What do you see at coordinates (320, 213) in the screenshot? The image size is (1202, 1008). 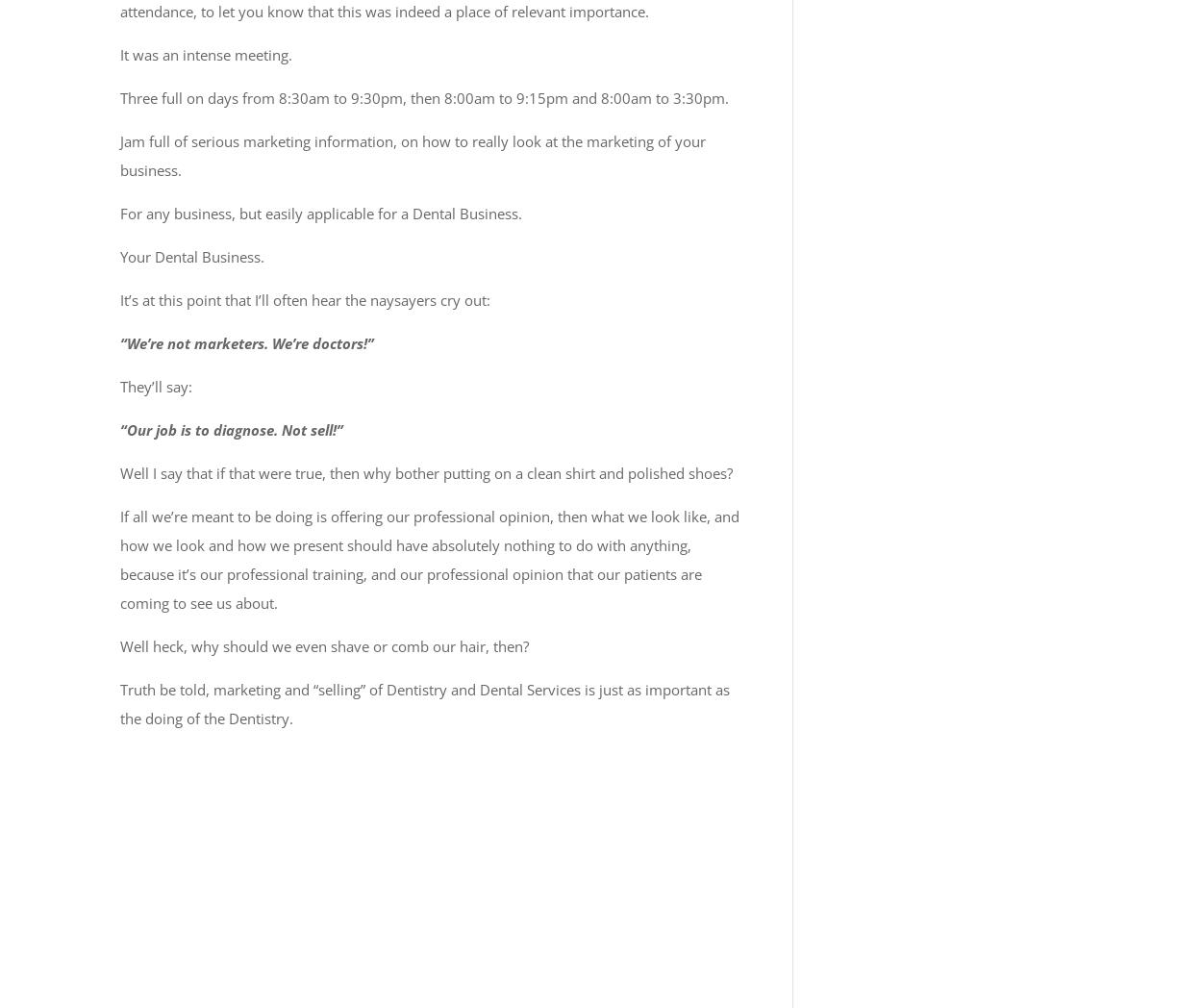 I see `'For any business, but easily applicable for a Dental Business.'` at bounding box center [320, 213].